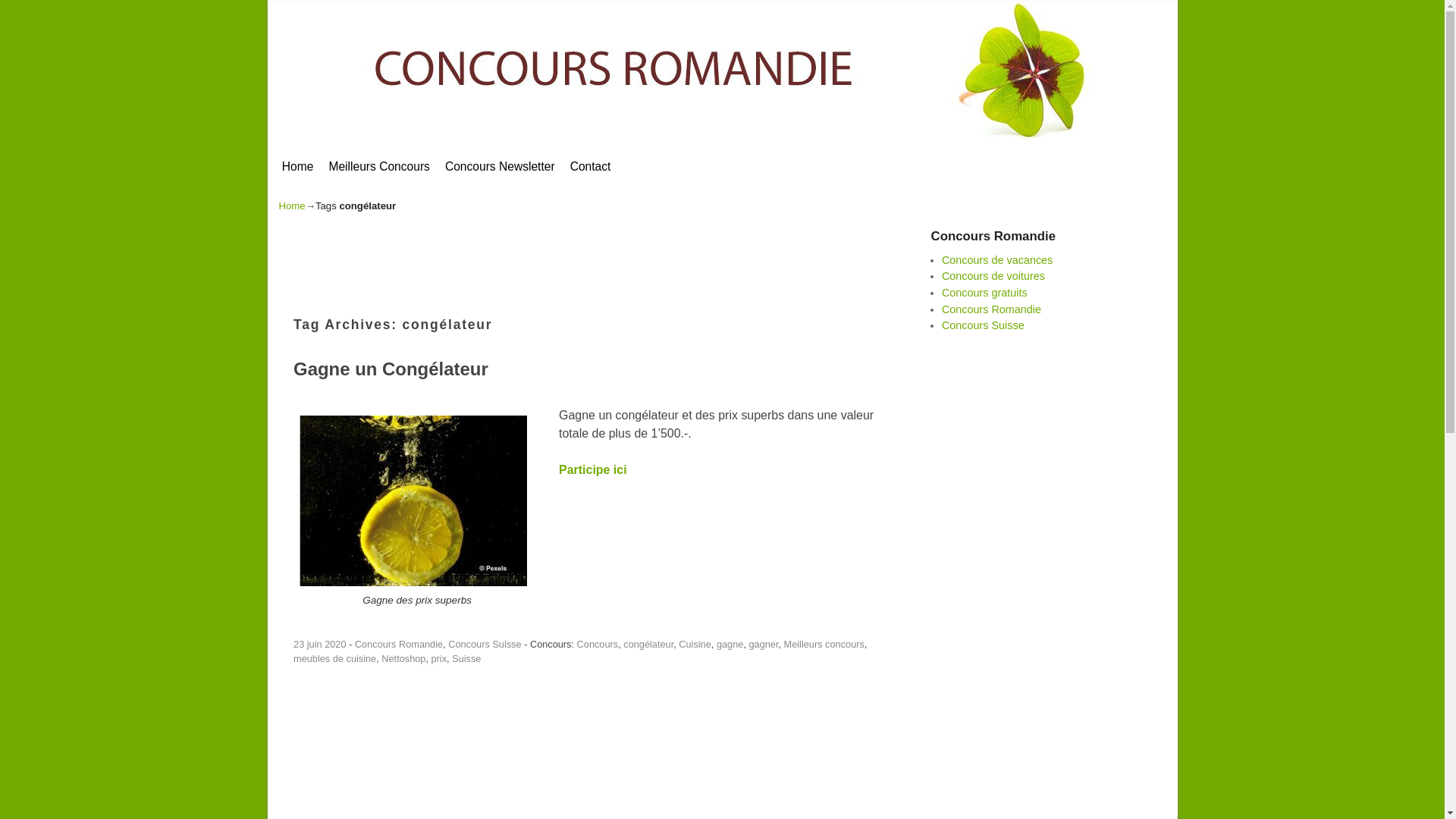 Image resolution: width=1456 pixels, height=819 pixels. What do you see at coordinates (597, 644) in the screenshot?
I see `'Concours'` at bounding box center [597, 644].